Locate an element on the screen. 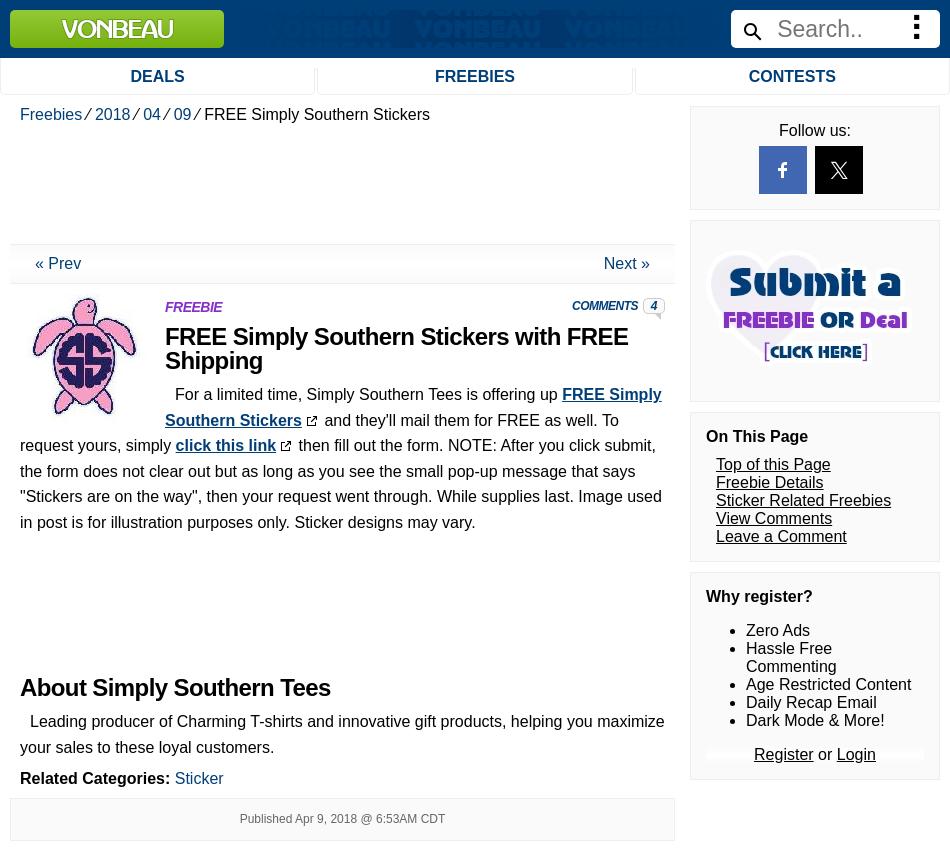  'Leading producer of Charming T-shirts and innovative gift products, helping you maximize your sales to these loyal customers.' is located at coordinates (341, 234).